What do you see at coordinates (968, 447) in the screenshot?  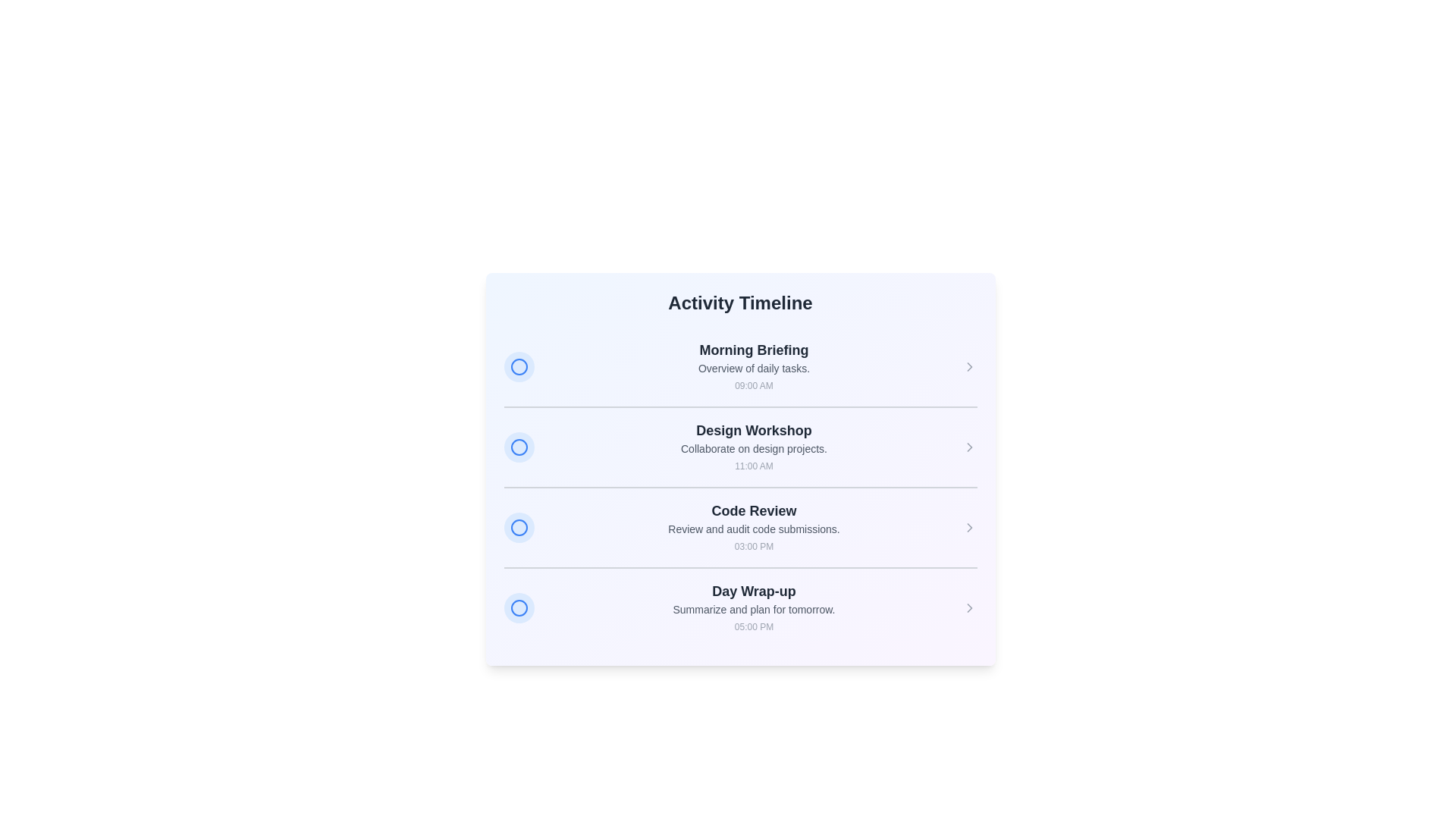 I see `the chevron arrow icon located to the far right of the 'Design Workshop' section in the Activity Timeline, which serves as a navigational indicator for accessing related content` at bounding box center [968, 447].